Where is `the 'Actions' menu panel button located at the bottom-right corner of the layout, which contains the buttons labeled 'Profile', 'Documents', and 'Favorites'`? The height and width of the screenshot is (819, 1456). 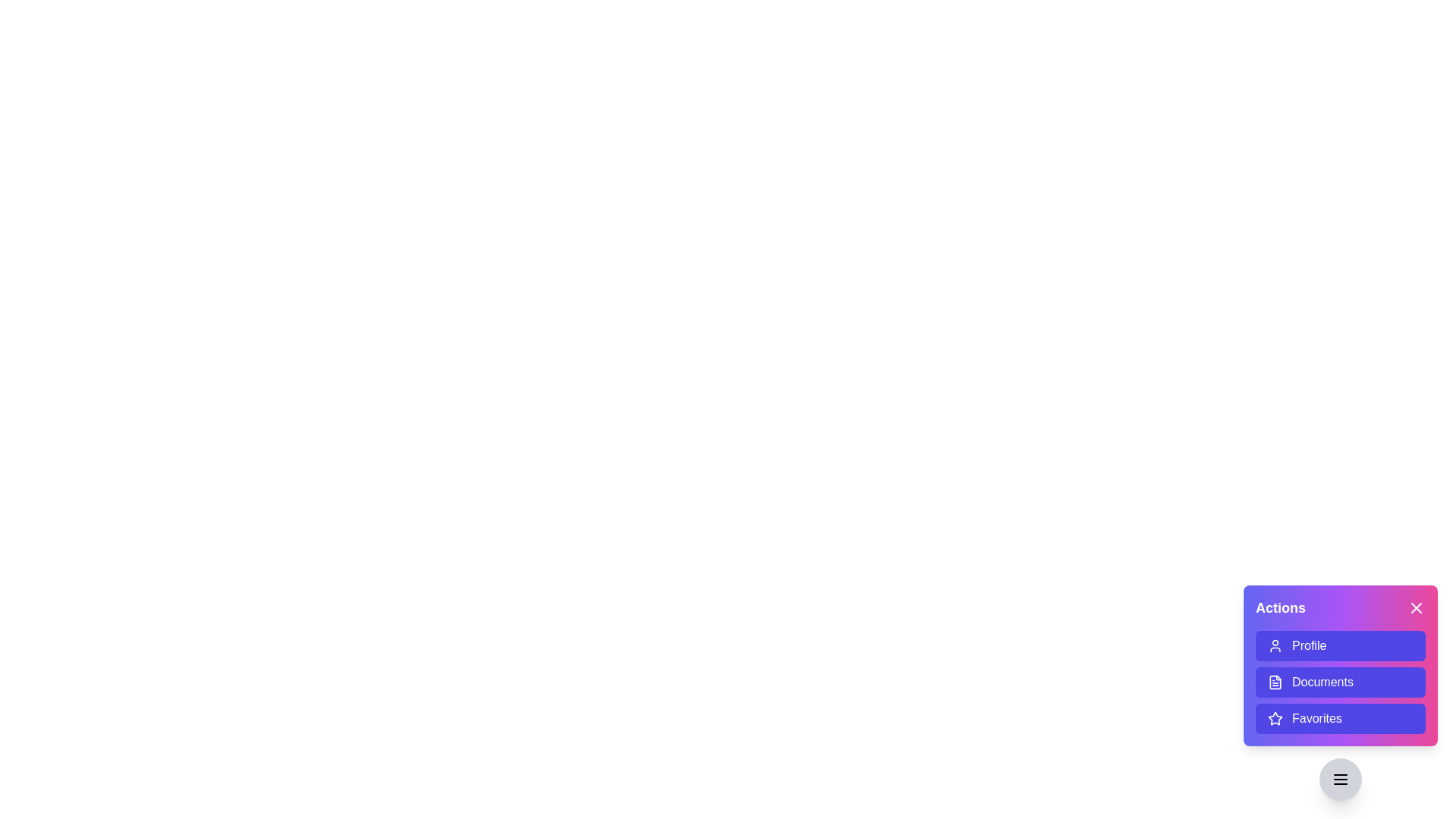 the 'Actions' menu panel button located at the bottom-right corner of the layout, which contains the buttons labeled 'Profile', 'Documents', and 'Favorites' is located at coordinates (1340, 665).